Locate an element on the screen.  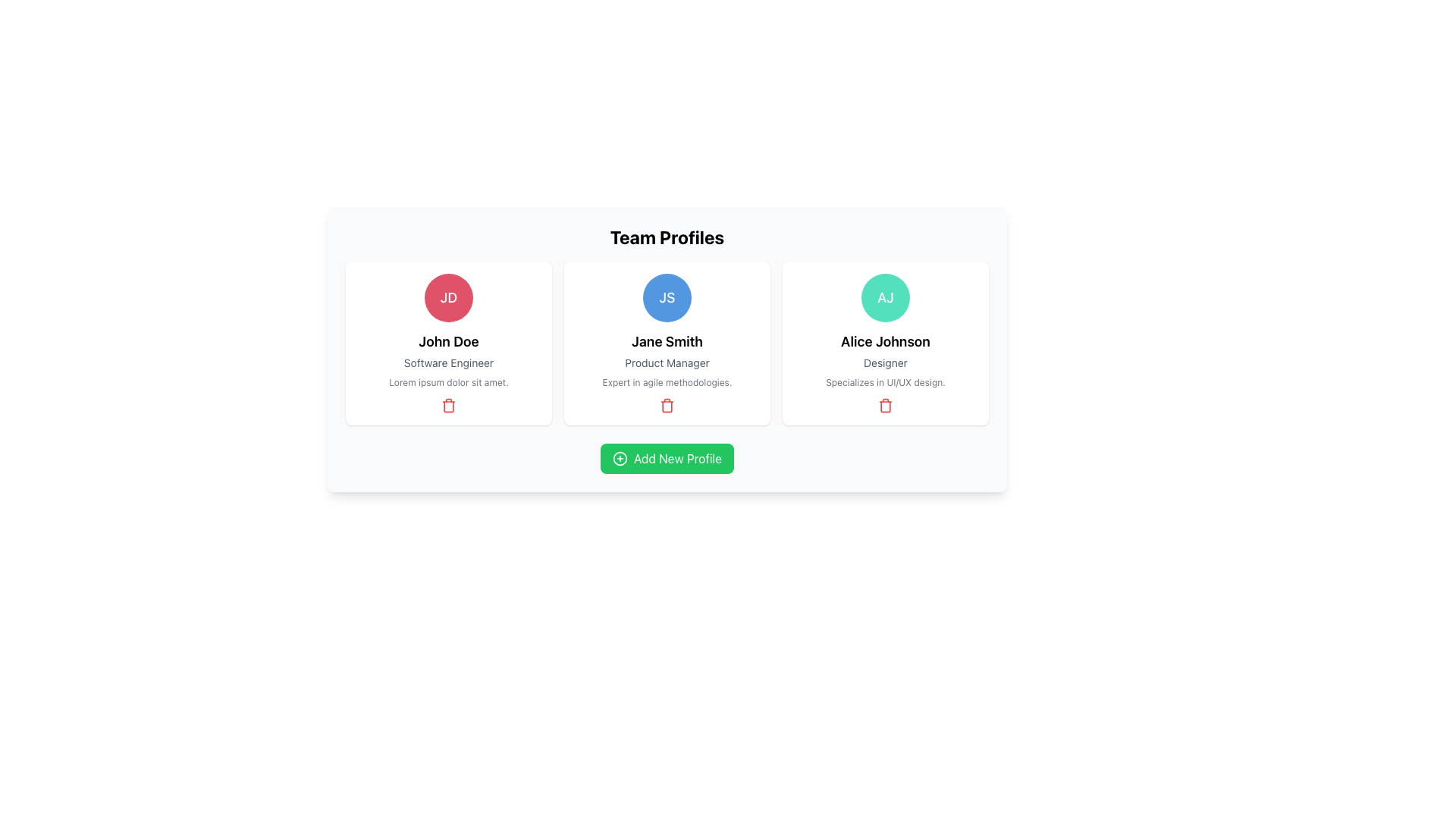
the text label describing Jane Smith's expertise in agile methodologies, which is located under the job title 'Product Manager' in her profile card is located at coordinates (667, 382).